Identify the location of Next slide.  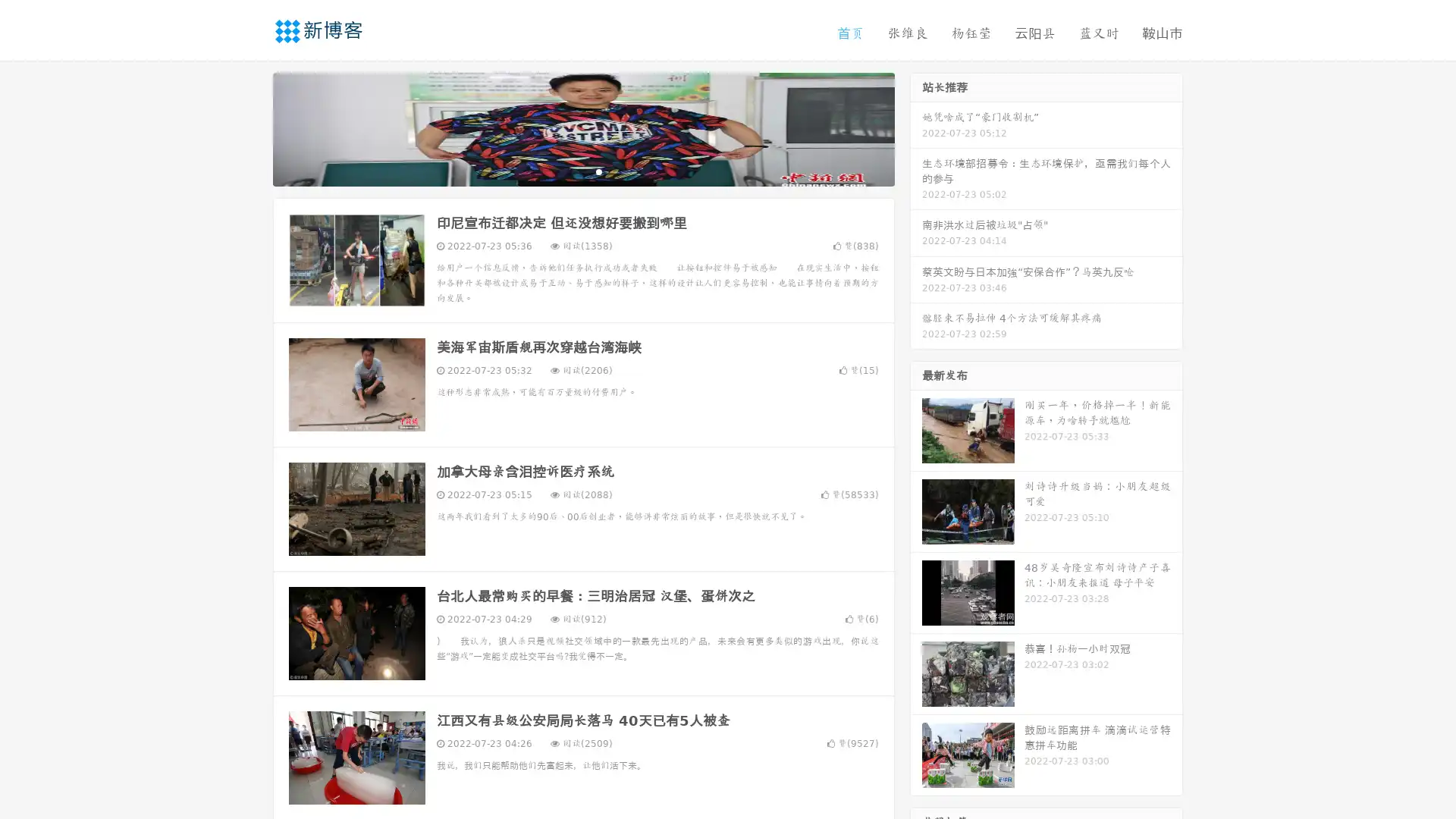
(916, 127).